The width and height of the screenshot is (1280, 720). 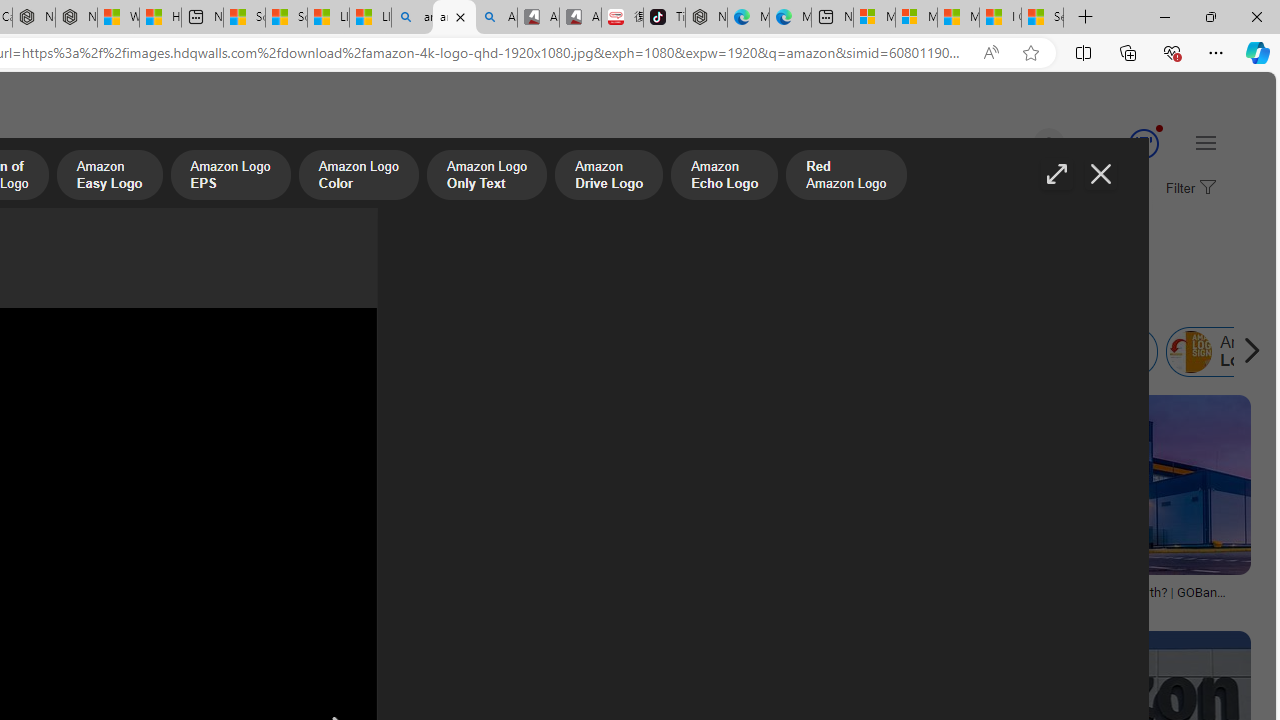 I want to click on 'Class: medal-circled', so click(x=1143, y=143).